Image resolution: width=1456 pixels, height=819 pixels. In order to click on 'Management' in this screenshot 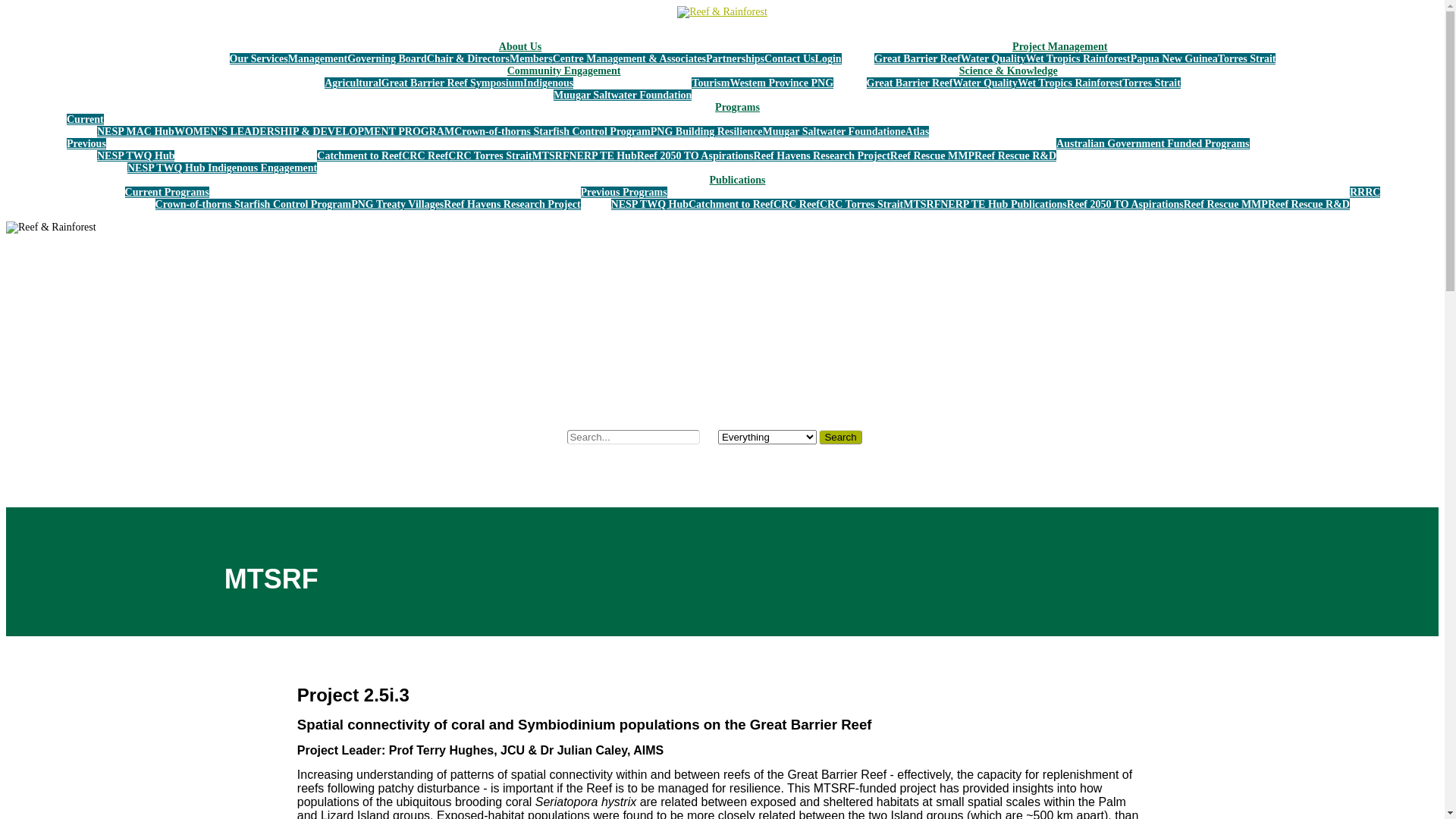, I will do `click(317, 58)`.